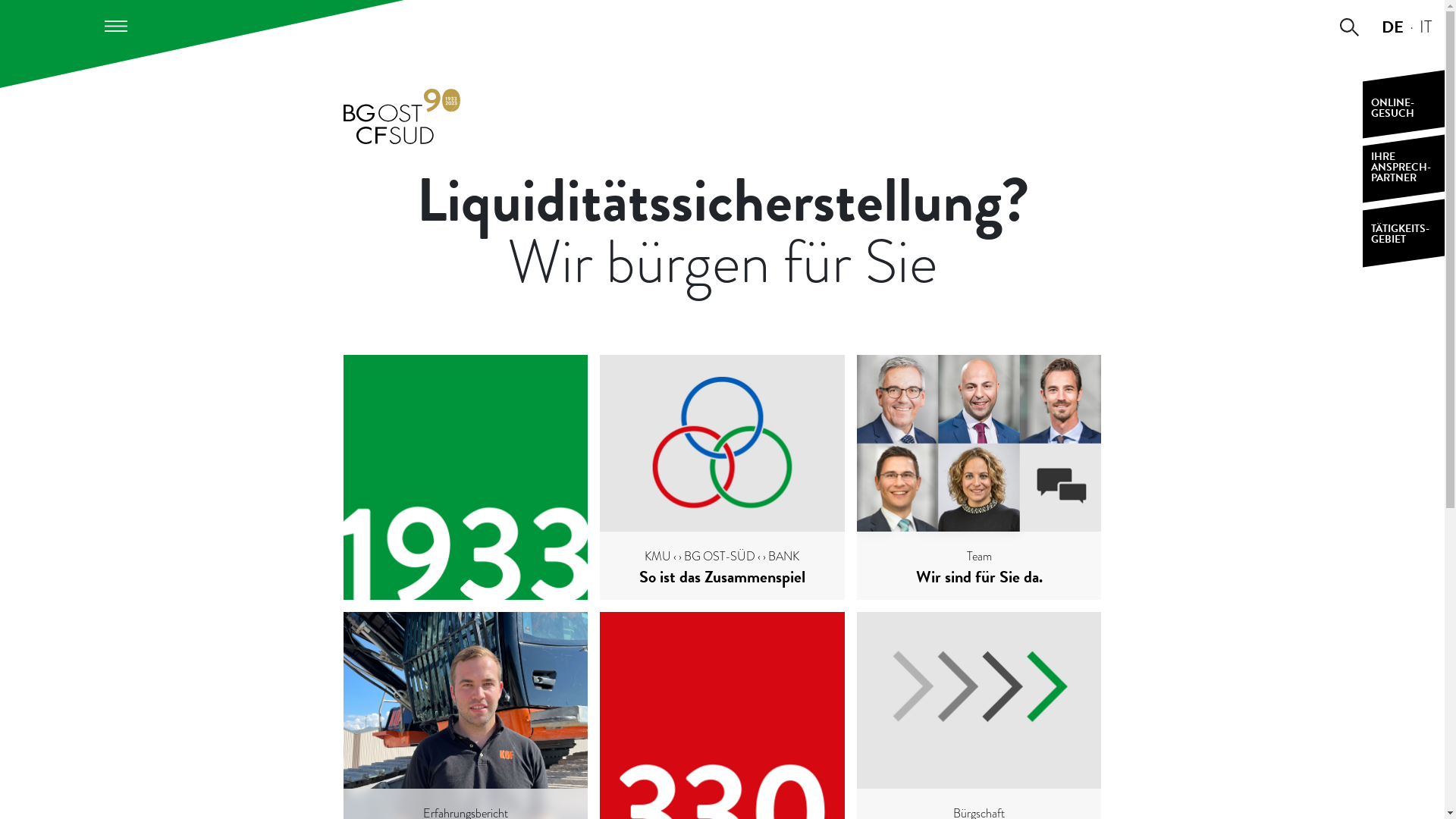 The width and height of the screenshot is (1456, 819). What do you see at coordinates (1403, 103) in the screenshot?
I see `'ONLINE-GESUCH'` at bounding box center [1403, 103].